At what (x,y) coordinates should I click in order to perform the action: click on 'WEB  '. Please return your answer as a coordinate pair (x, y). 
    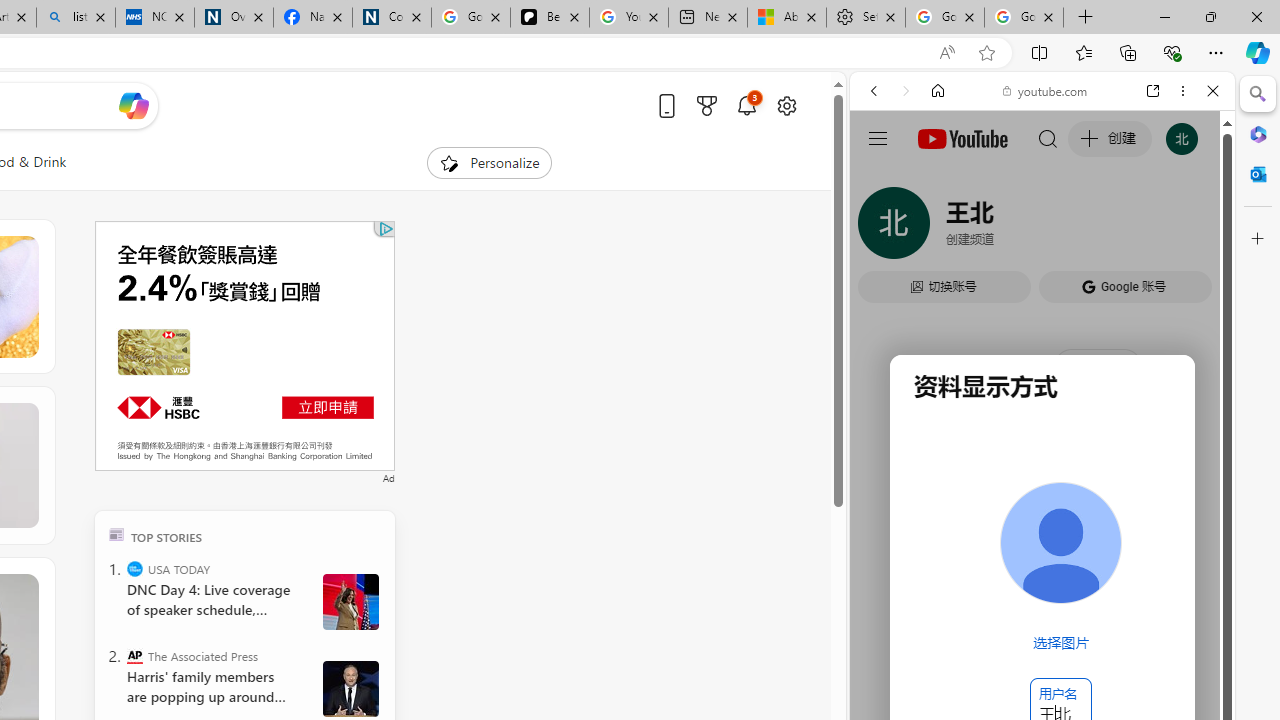
    Looking at the image, I should click on (881, 227).